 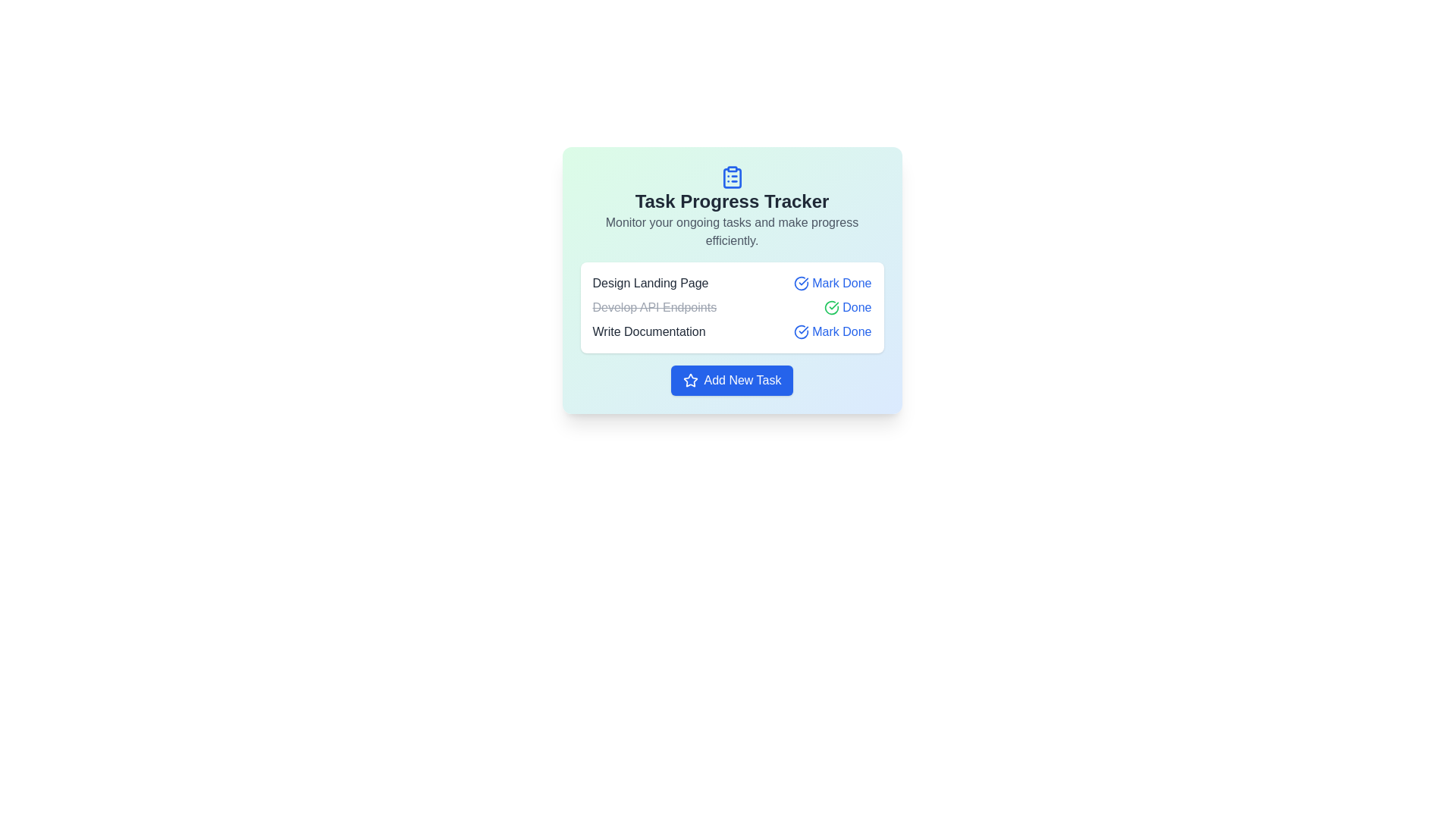 What do you see at coordinates (831, 307) in the screenshot?
I see `the 'Done' icon located within the 'Mark Done' button for the second task, titled 'Develop API Endpoints', positioned to the right of the task text` at bounding box center [831, 307].